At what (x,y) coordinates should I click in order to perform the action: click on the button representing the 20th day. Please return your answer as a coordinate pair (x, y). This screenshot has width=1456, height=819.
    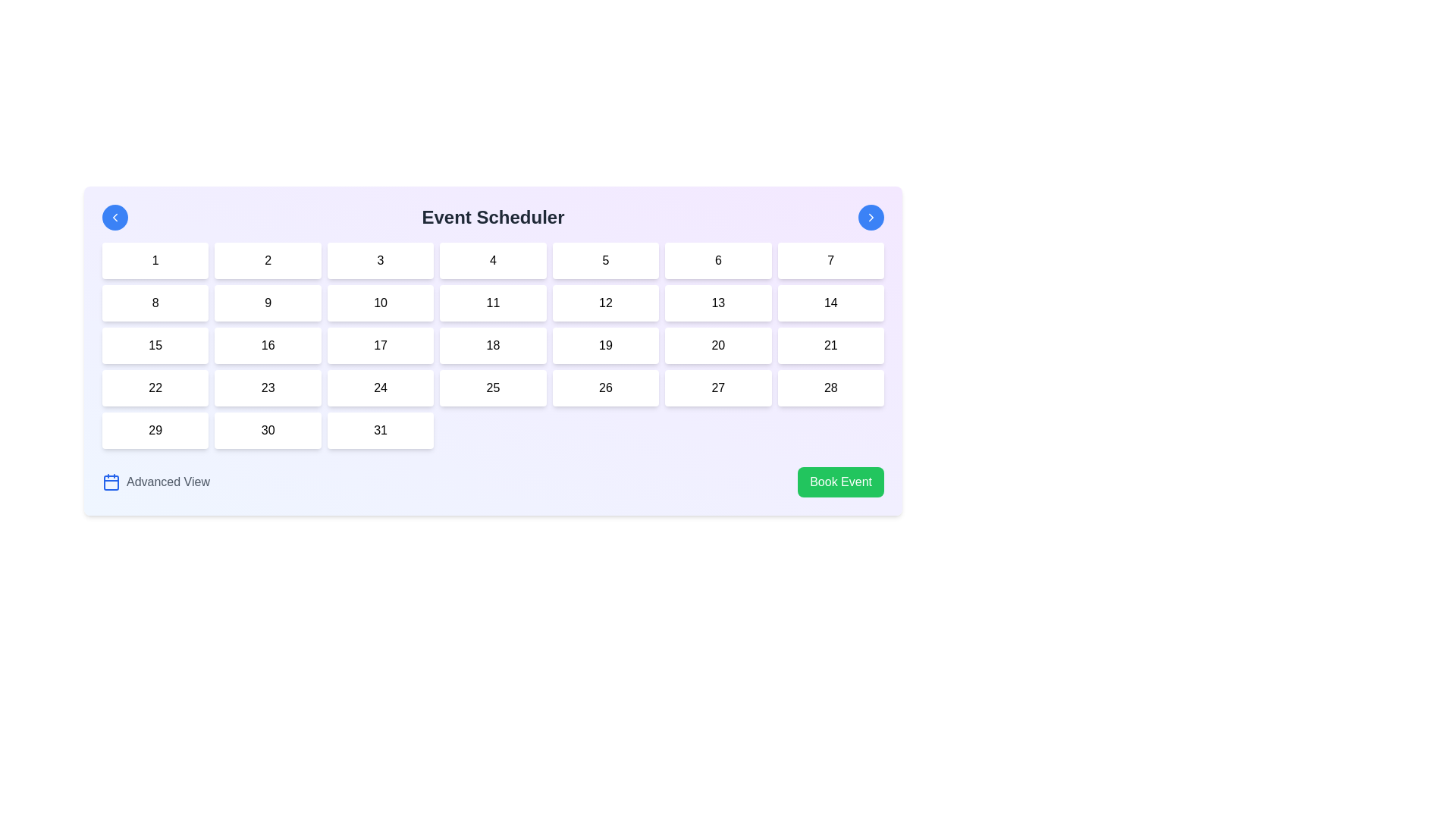
    Looking at the image, I should click on (717, 345).